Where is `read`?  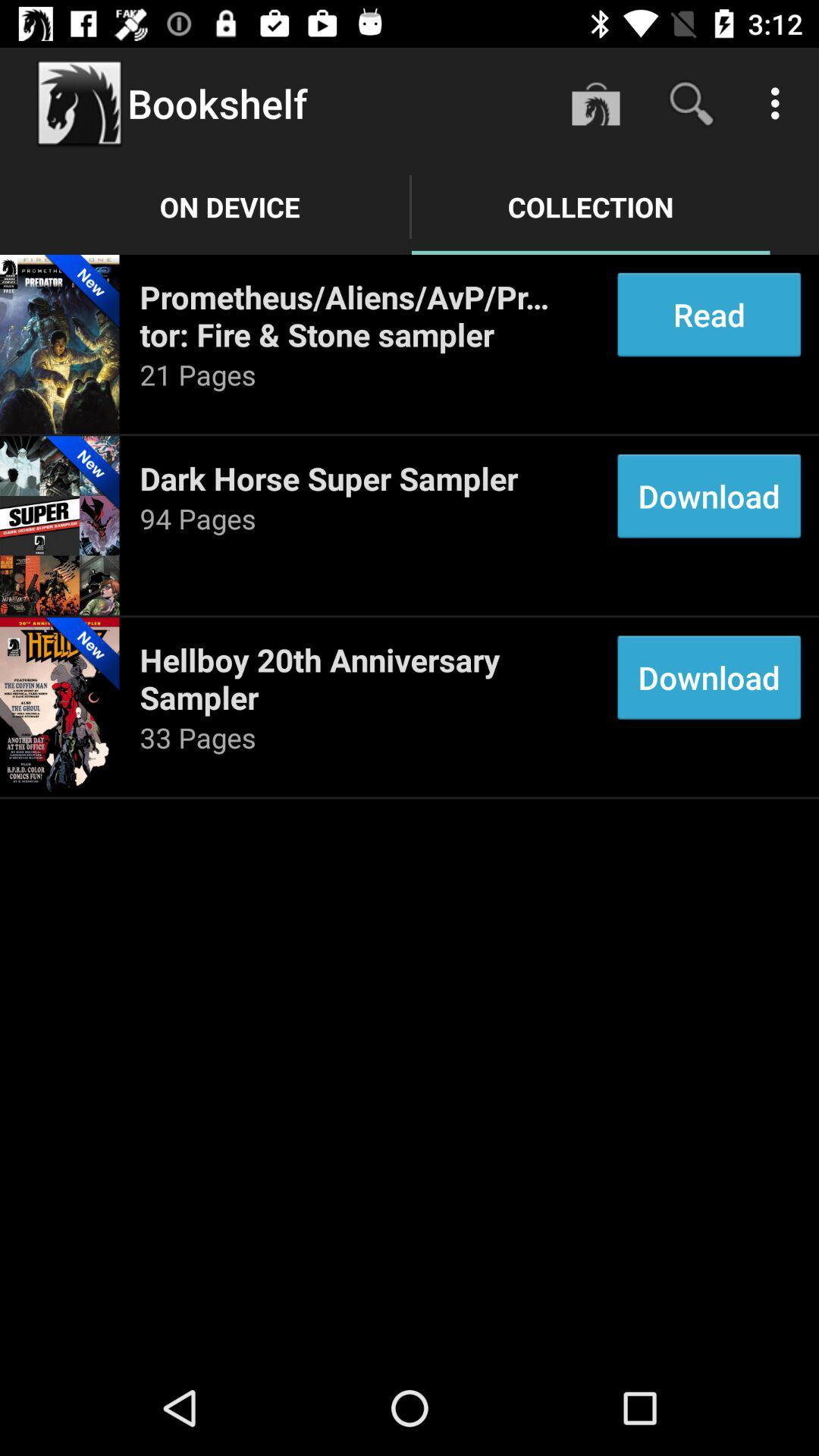 read is located at coordinates (709, 314).